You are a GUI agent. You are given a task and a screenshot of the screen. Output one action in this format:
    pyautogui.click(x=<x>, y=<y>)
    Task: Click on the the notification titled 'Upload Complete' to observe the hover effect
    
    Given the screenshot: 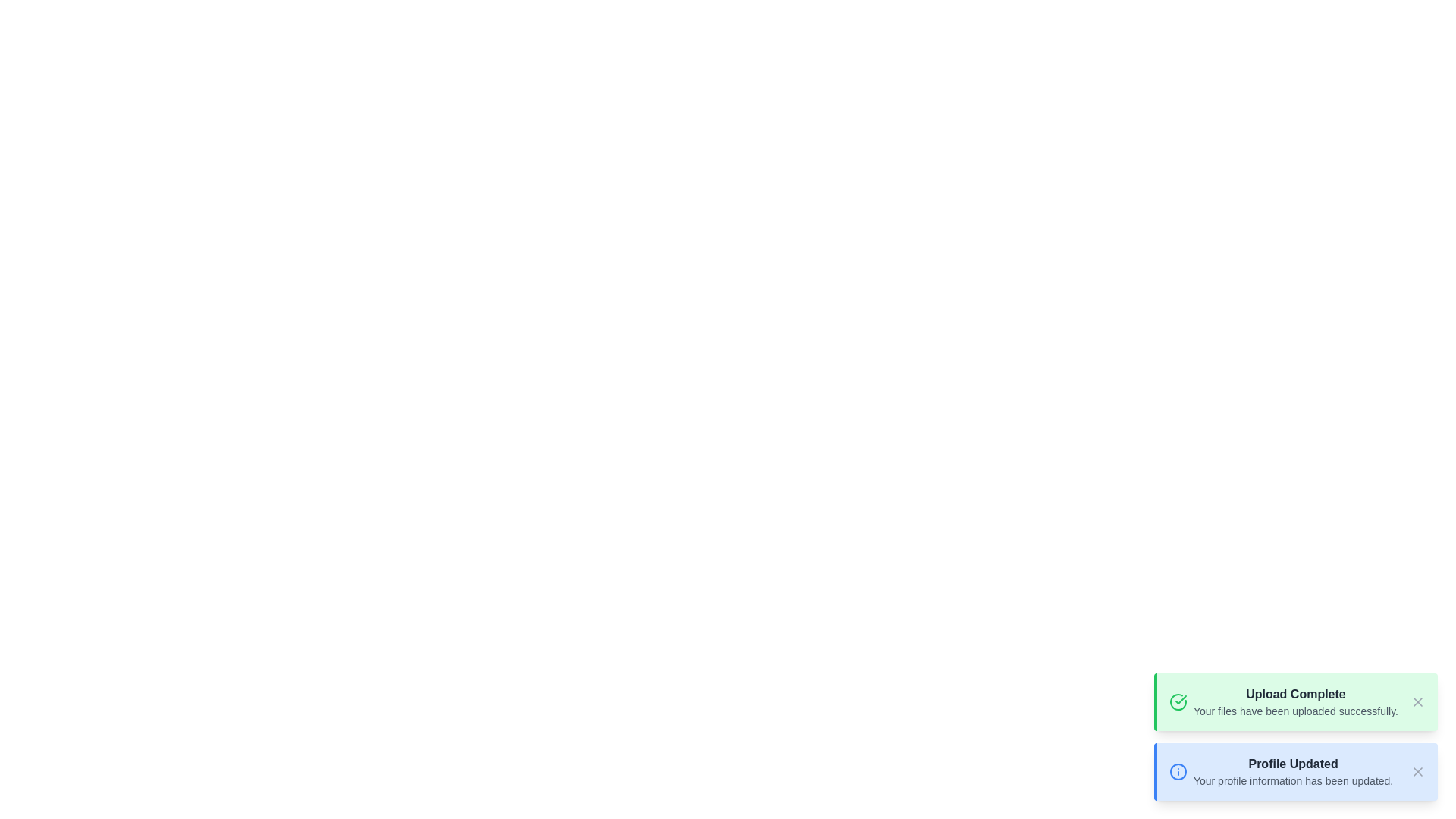 What is the action you would take?
    pyautogui.click(x=1294, y=701)
    